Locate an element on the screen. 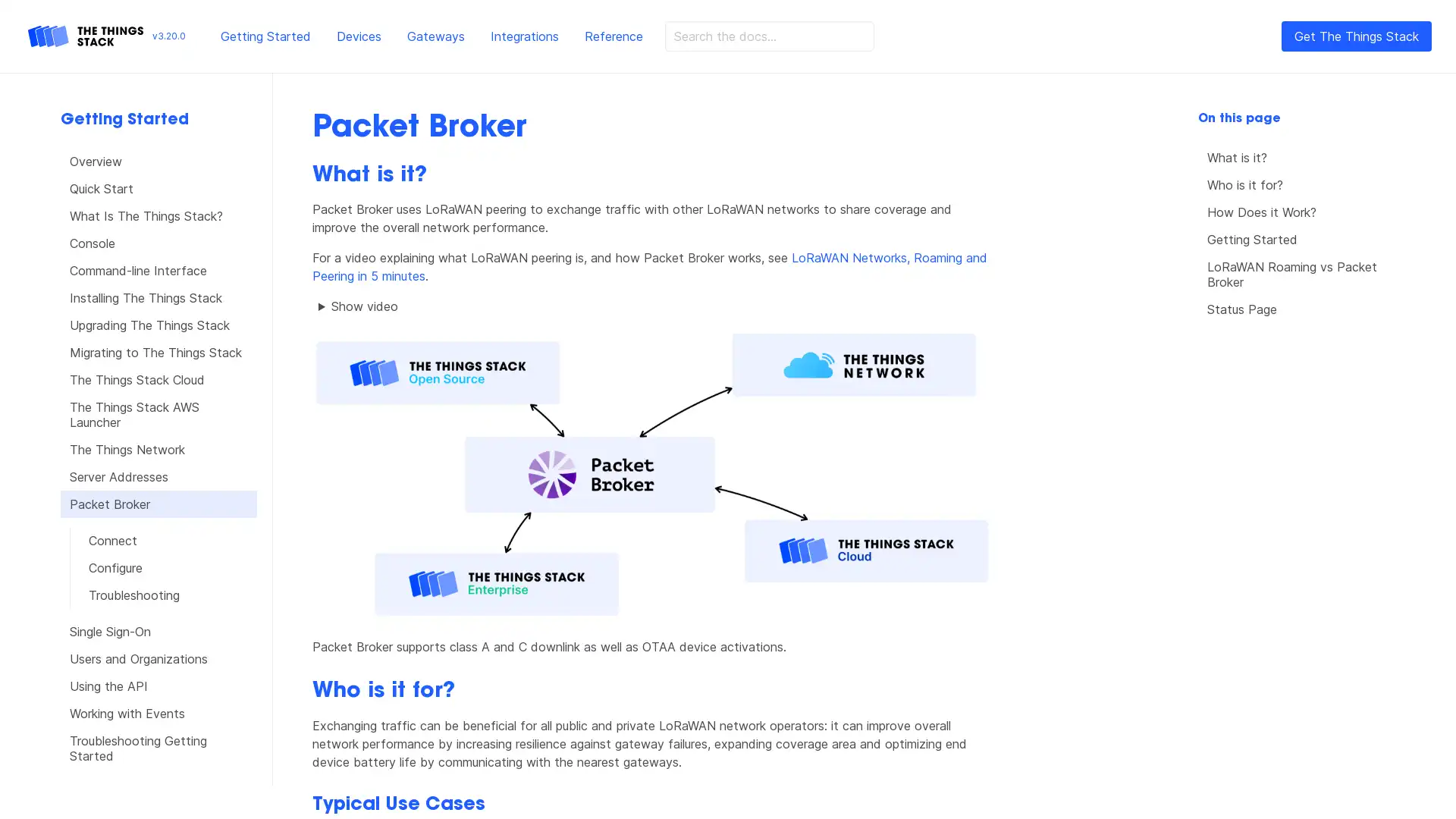 The height and width of the screenshot is (819, 1456). Open Intercom Messenger is located at coordinates (1417, 780).